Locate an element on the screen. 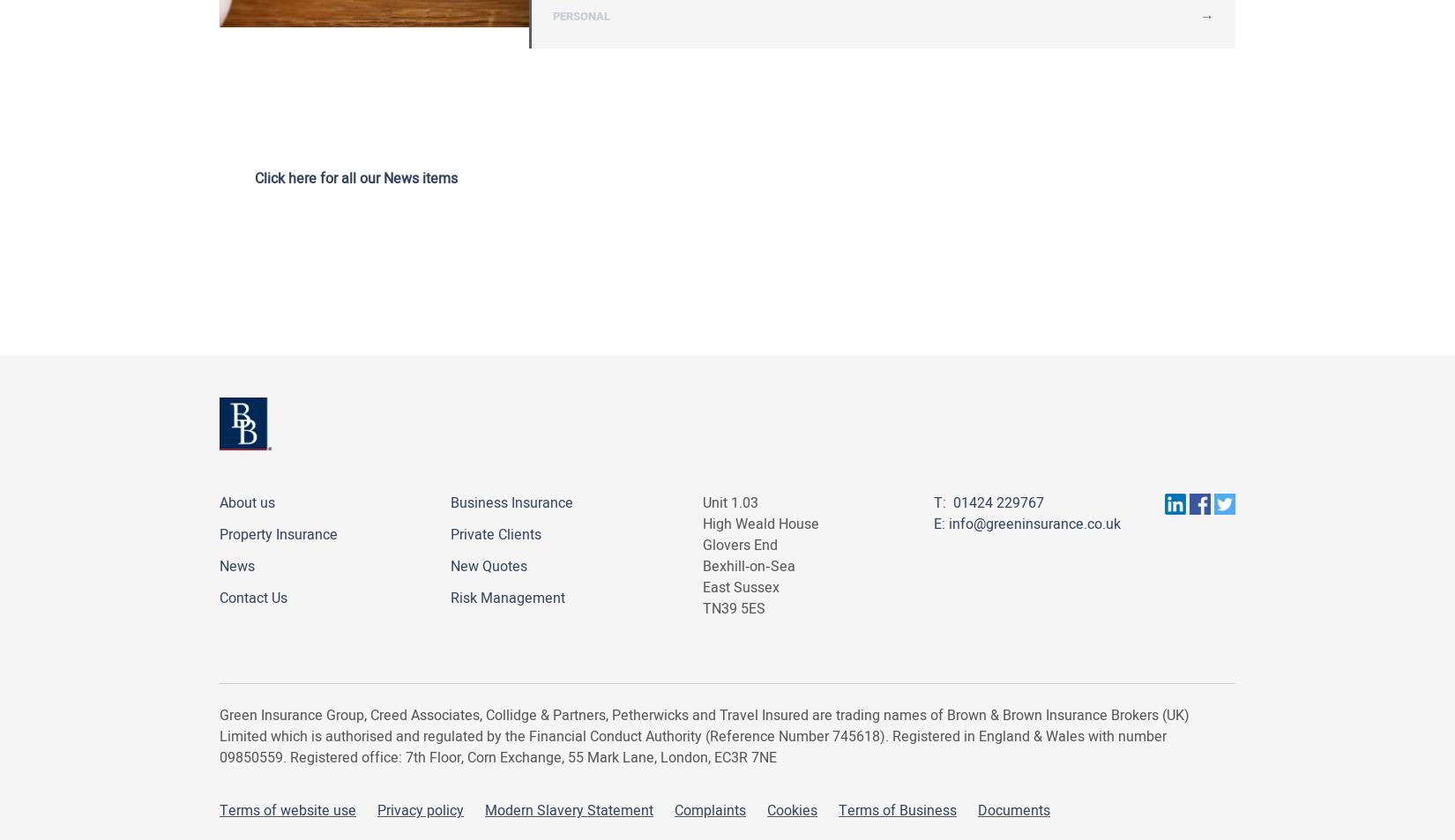 This screenshot has width=1455, height=840. 'Glovers End' is located at coordinates (740, 545).